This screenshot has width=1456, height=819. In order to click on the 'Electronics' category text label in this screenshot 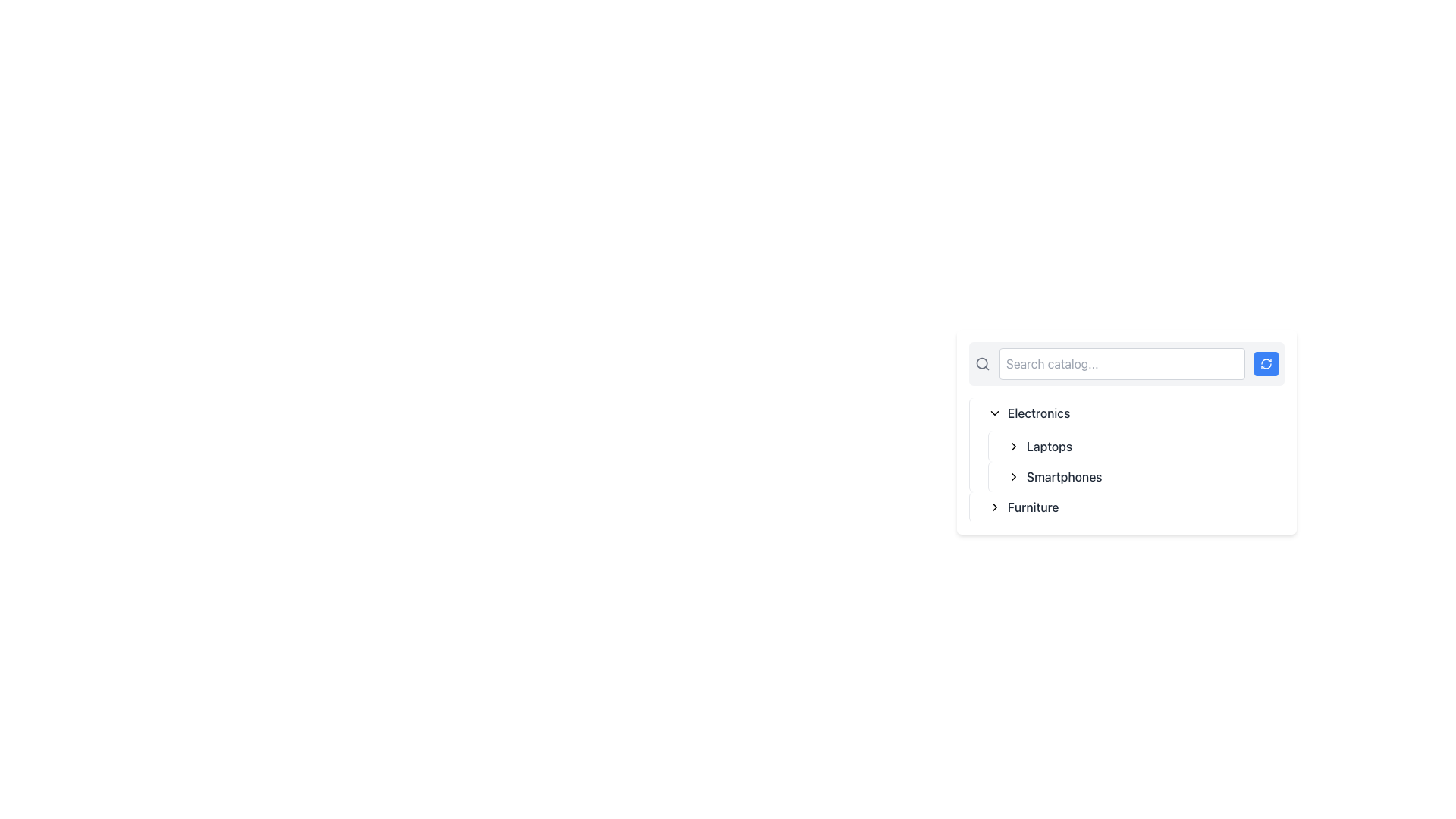, I will do `click(1038, 413)`.